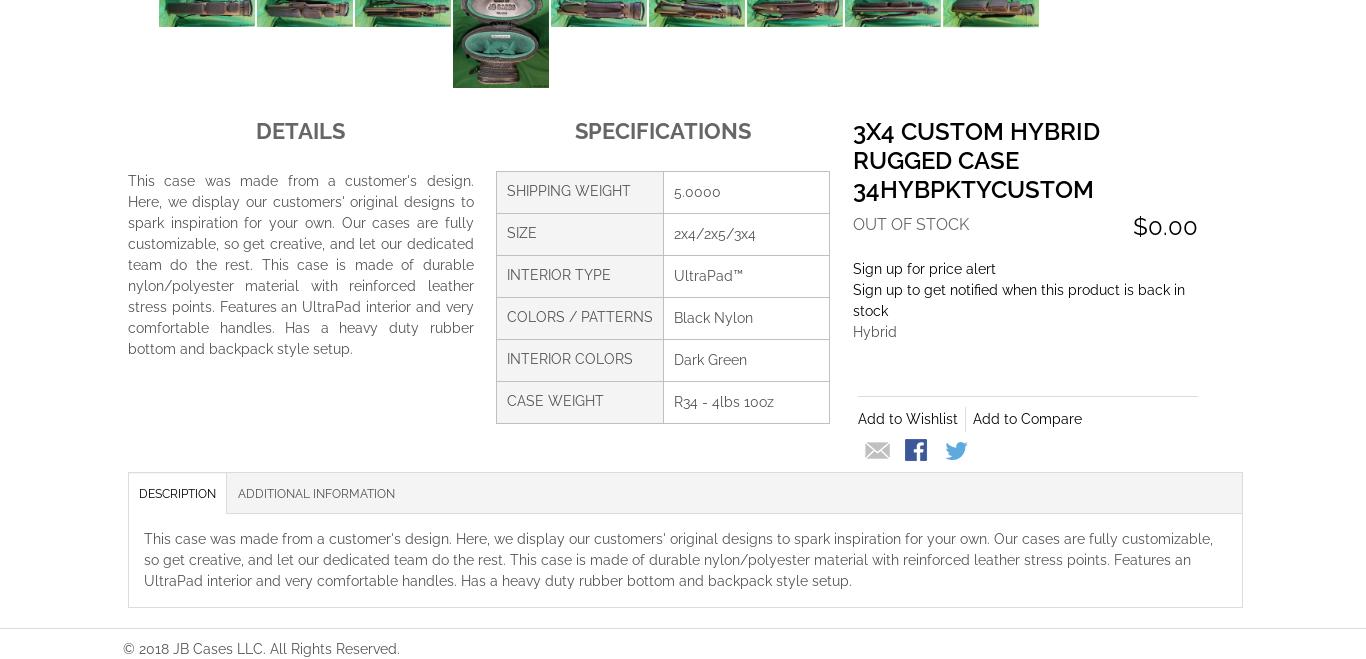 The image size is (1366, 659). I want to click on 'Hybrid', so click(872, 330).